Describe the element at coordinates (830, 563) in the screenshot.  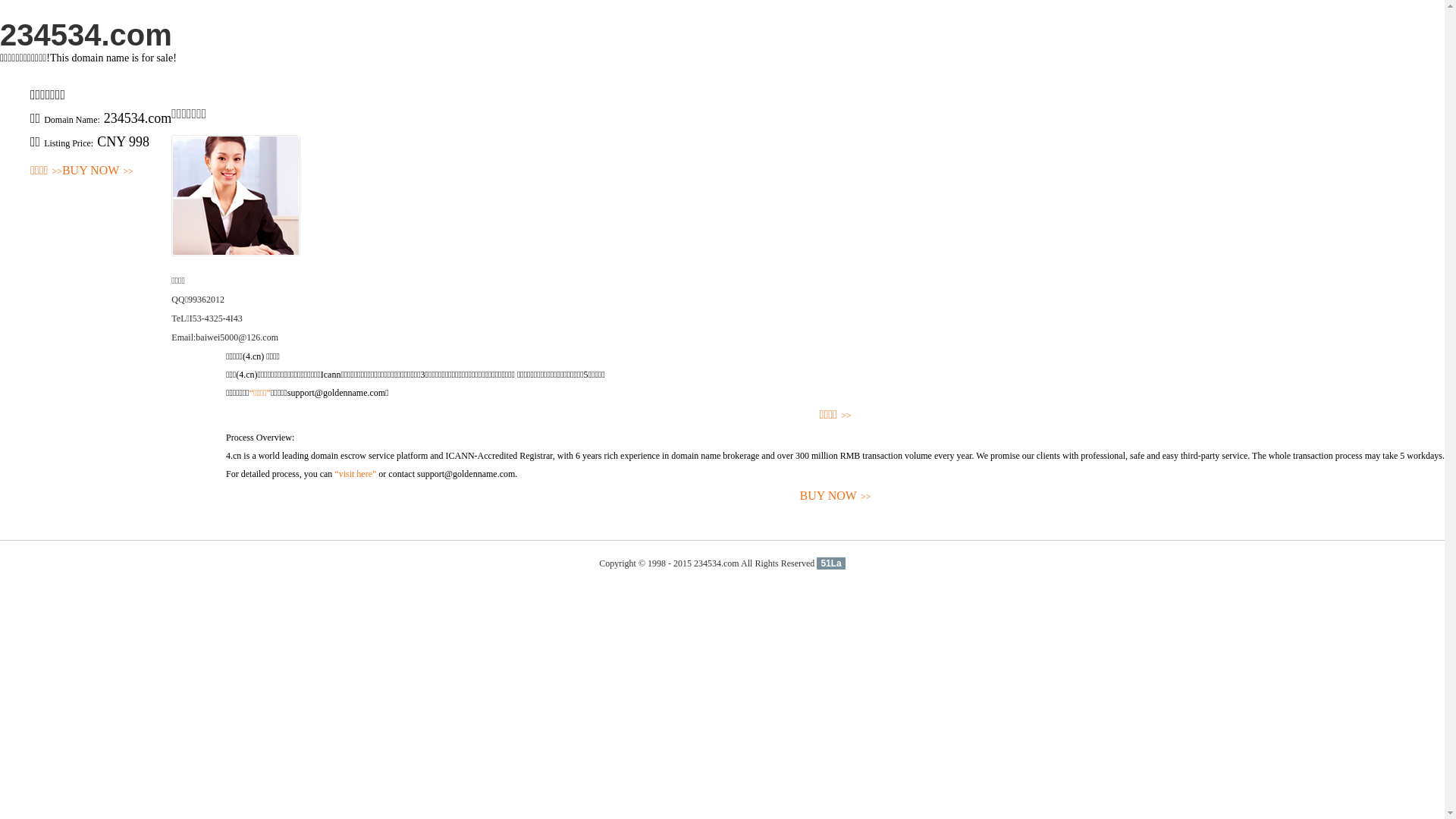
I see `'51La'` at that location.